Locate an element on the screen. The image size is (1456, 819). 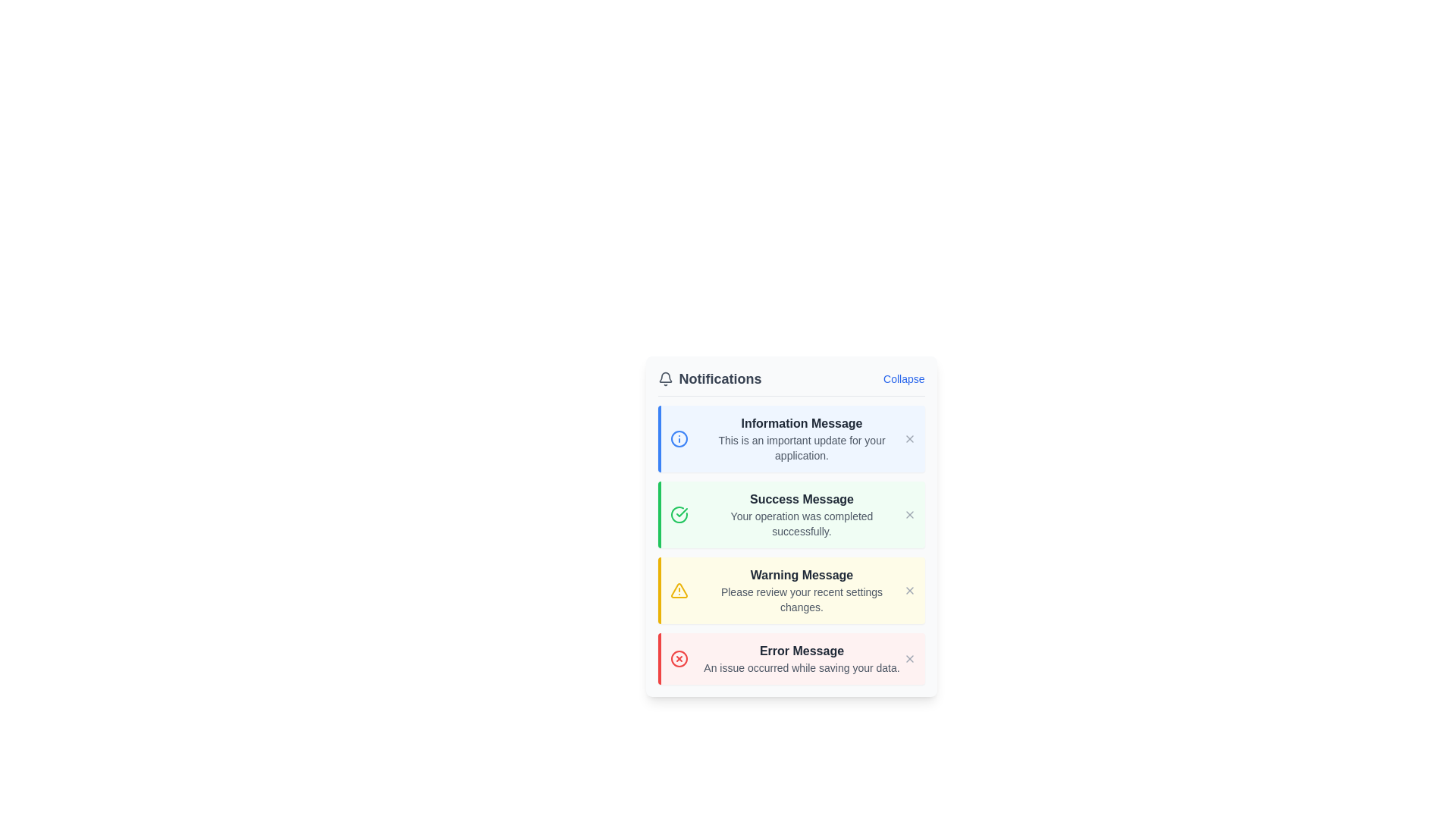
the close button in the top-right corner of the 'Information Message' notification is located at coordinates (909, 438).